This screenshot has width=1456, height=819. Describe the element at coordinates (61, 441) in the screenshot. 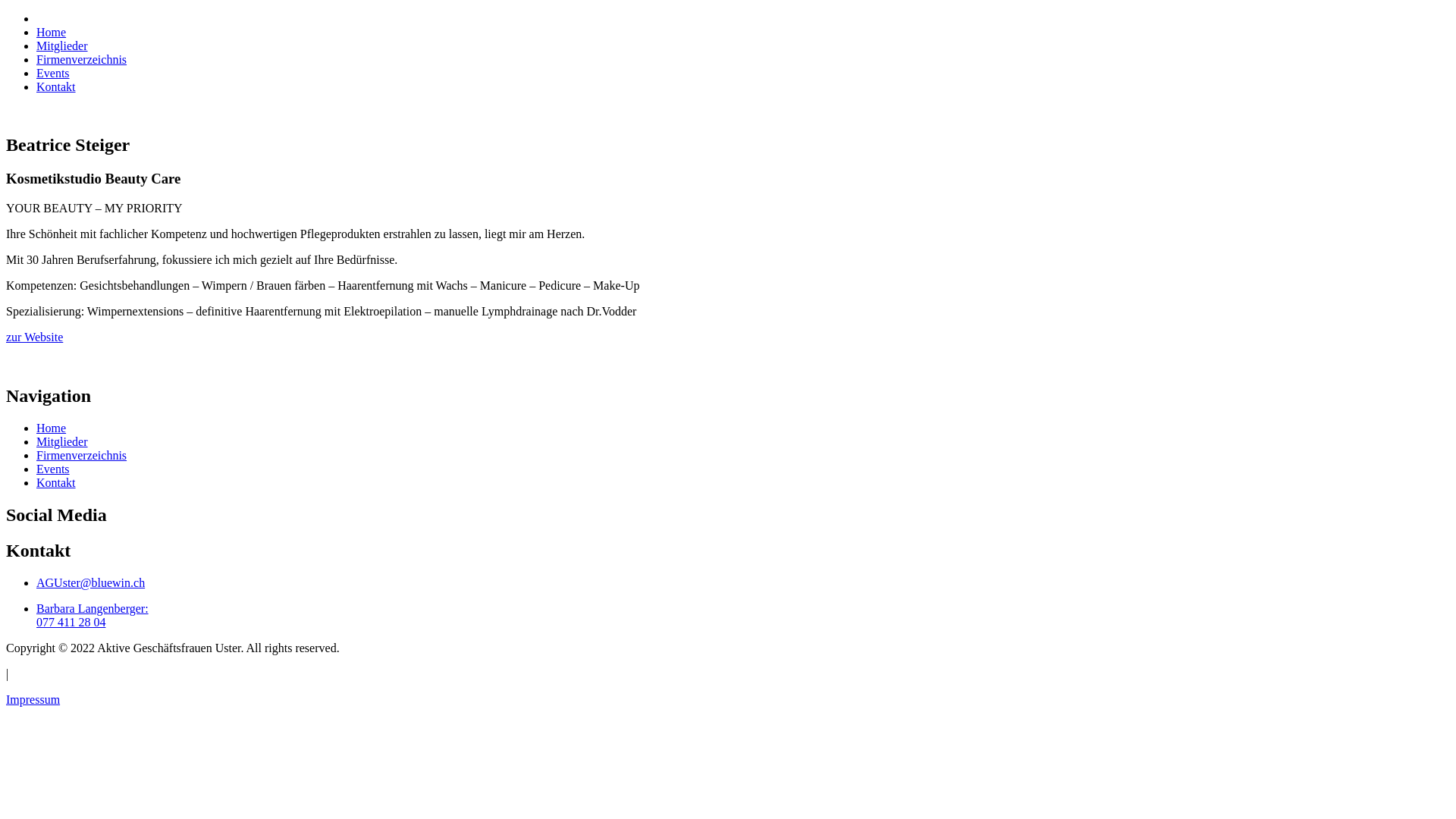

I see `'Mitglieder'` at that location.